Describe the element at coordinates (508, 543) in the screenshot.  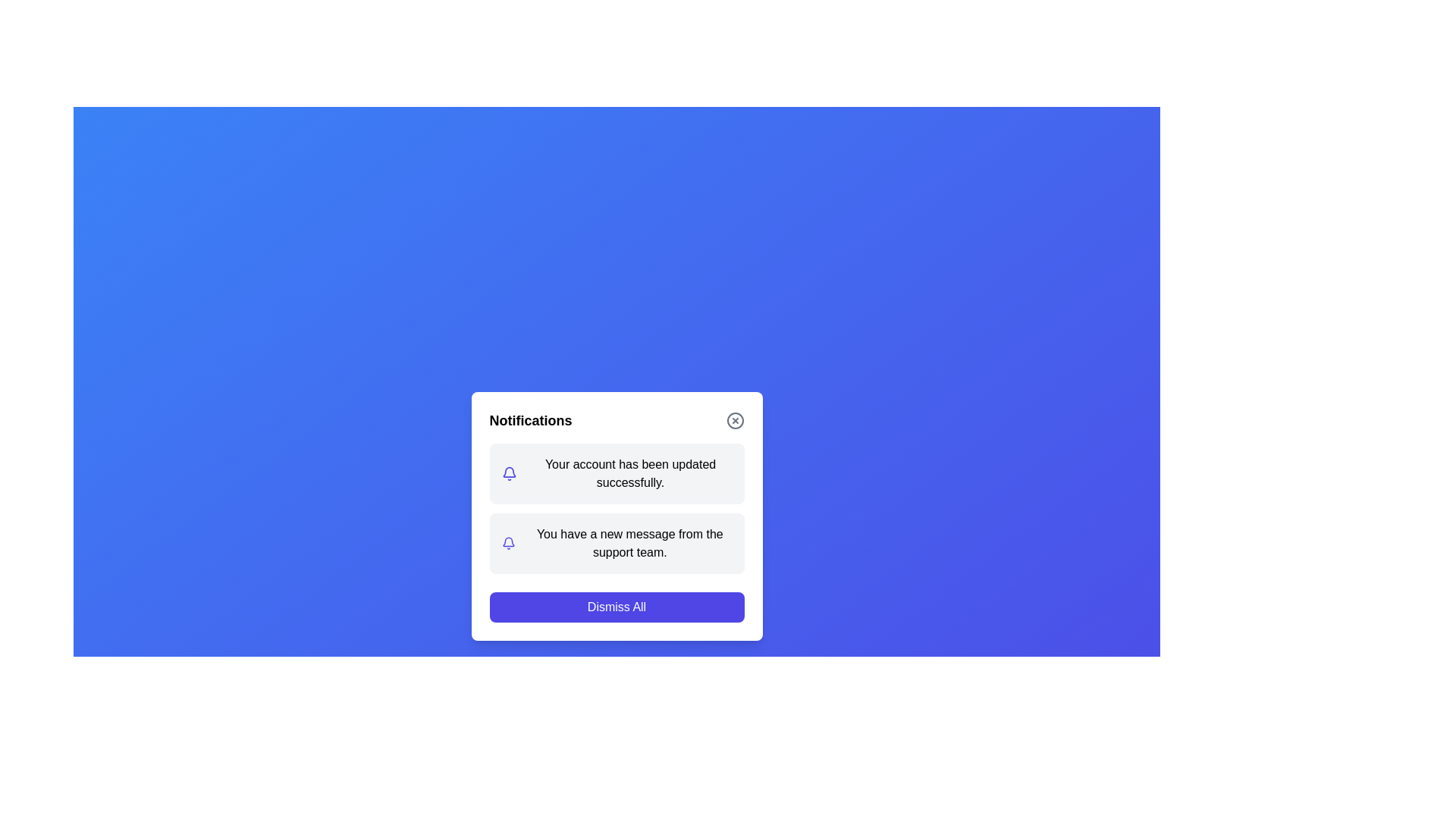
I see `the indigo bell-shaped icon indicating notifications, which is located to the left of the notification text 'You have a new message from the support team.'` at that location.